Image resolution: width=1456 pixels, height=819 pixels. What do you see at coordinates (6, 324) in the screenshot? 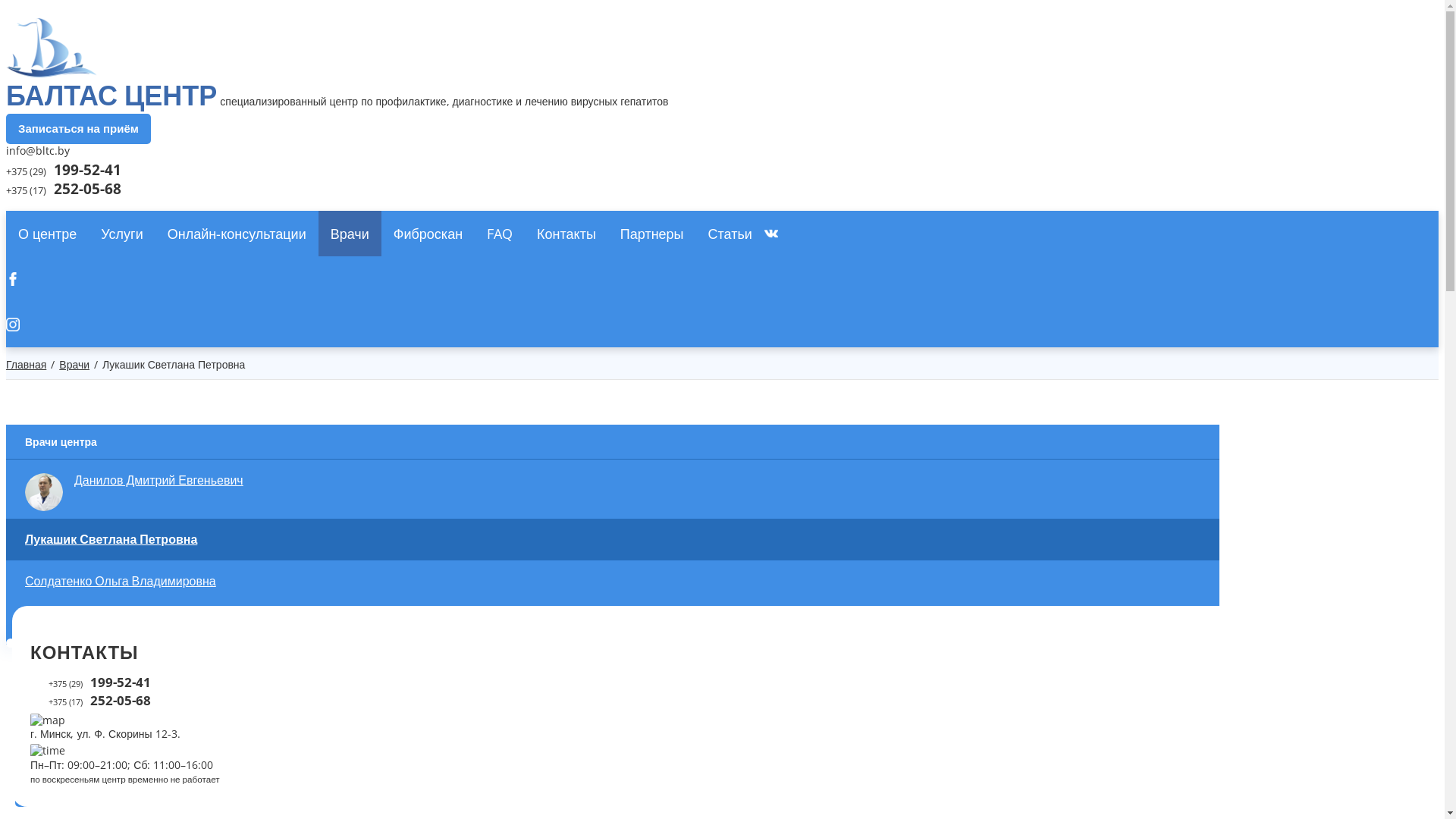
I see `'Instagram'` at bounding box center [6, 324].